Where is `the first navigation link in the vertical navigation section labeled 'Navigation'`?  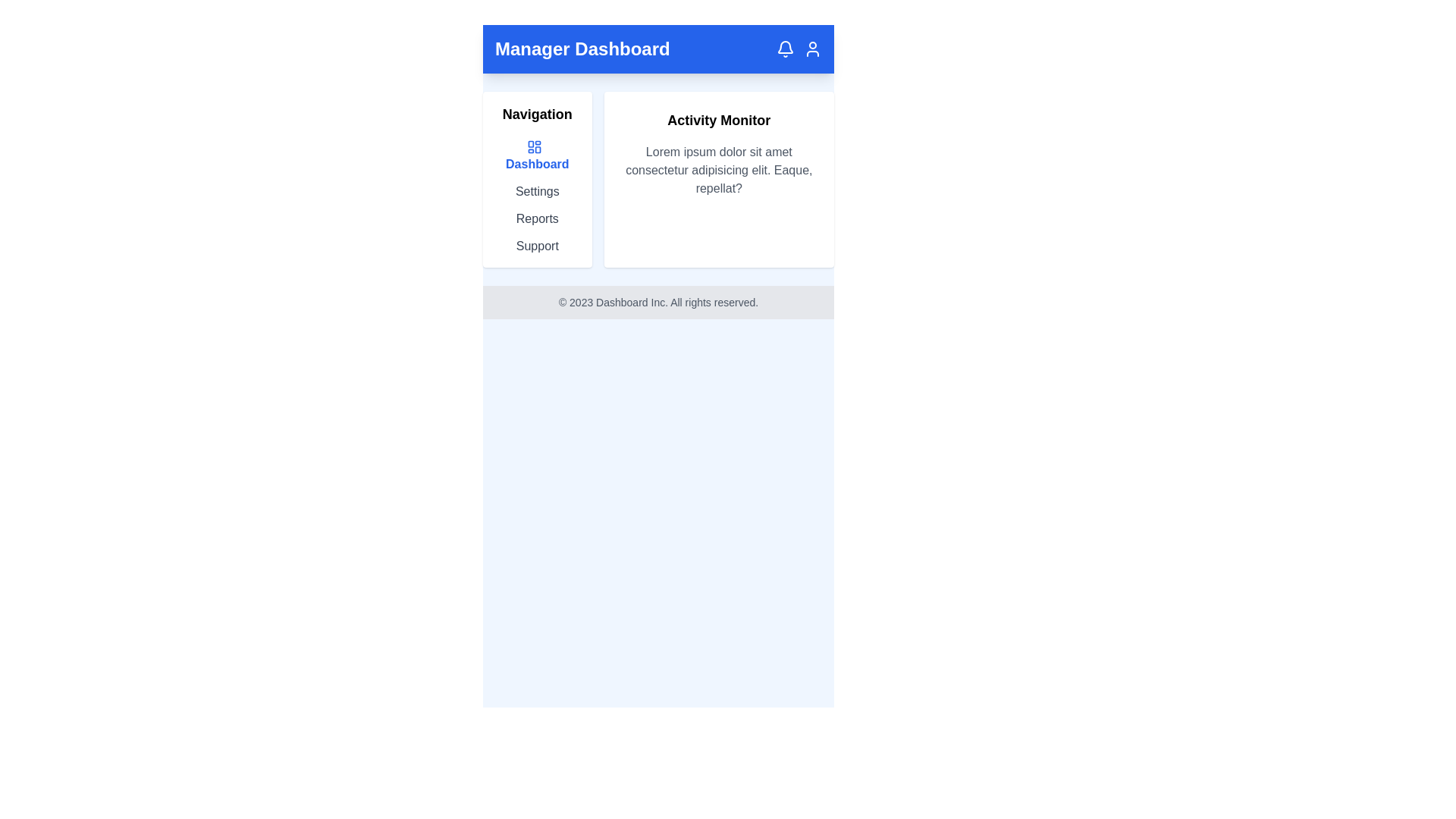 the first navigation link in the vertical navigation section labeled 'Navigation' is located at coordinates (537, 155).